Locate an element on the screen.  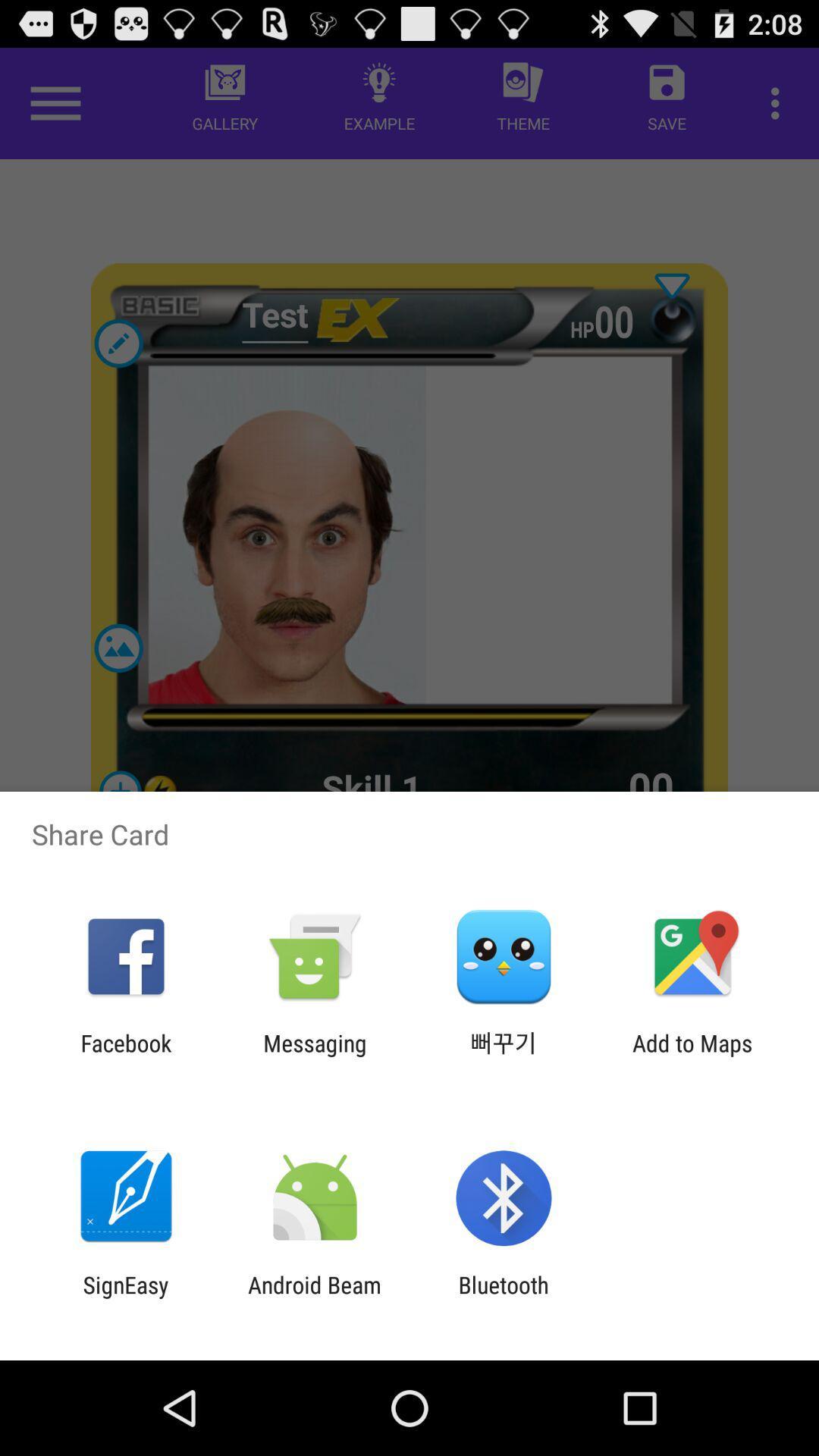
the android beam icon is located at coordinates (314, 1298).